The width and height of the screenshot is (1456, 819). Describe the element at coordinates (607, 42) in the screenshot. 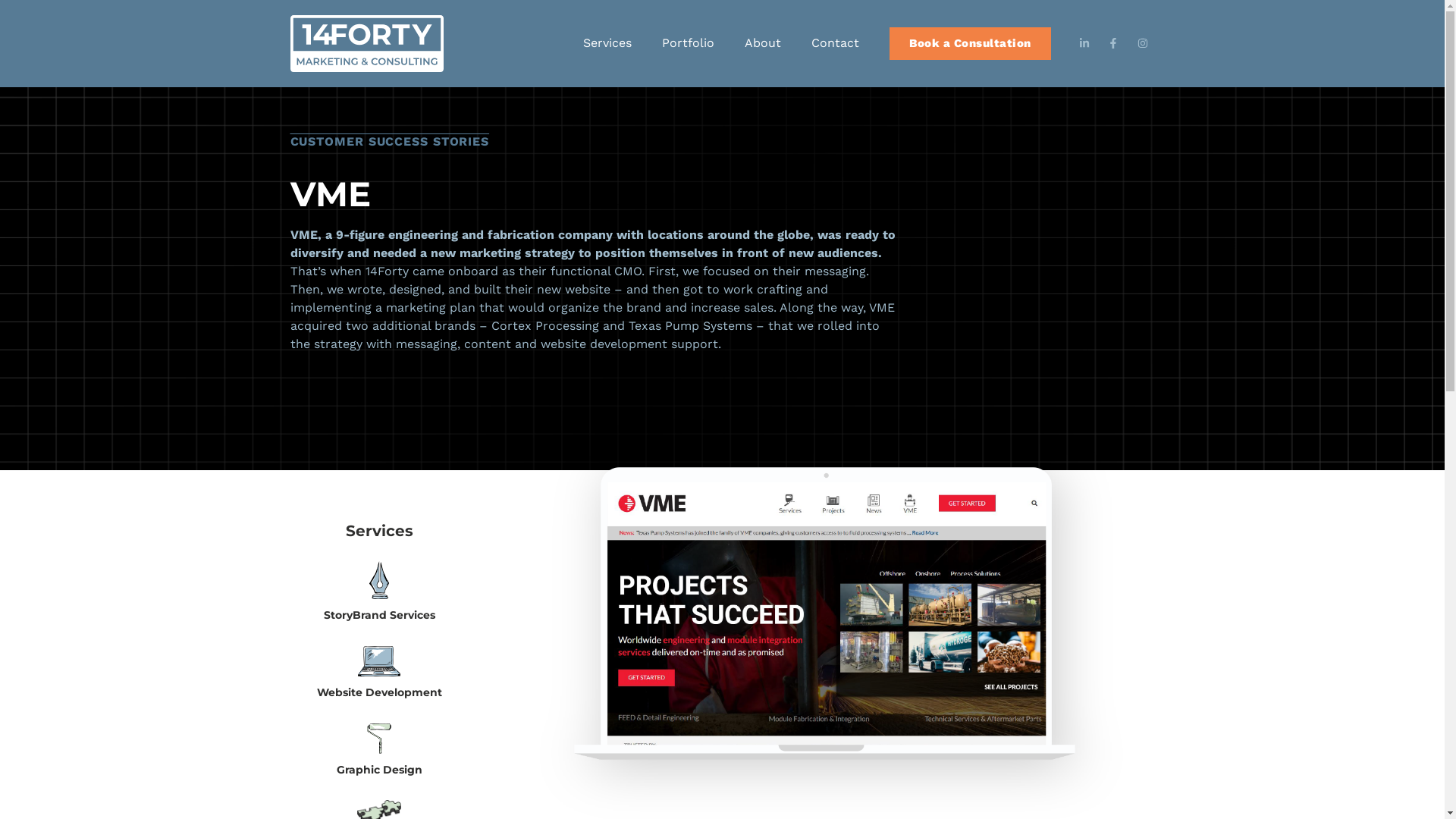

I see `'Services'` at that location.